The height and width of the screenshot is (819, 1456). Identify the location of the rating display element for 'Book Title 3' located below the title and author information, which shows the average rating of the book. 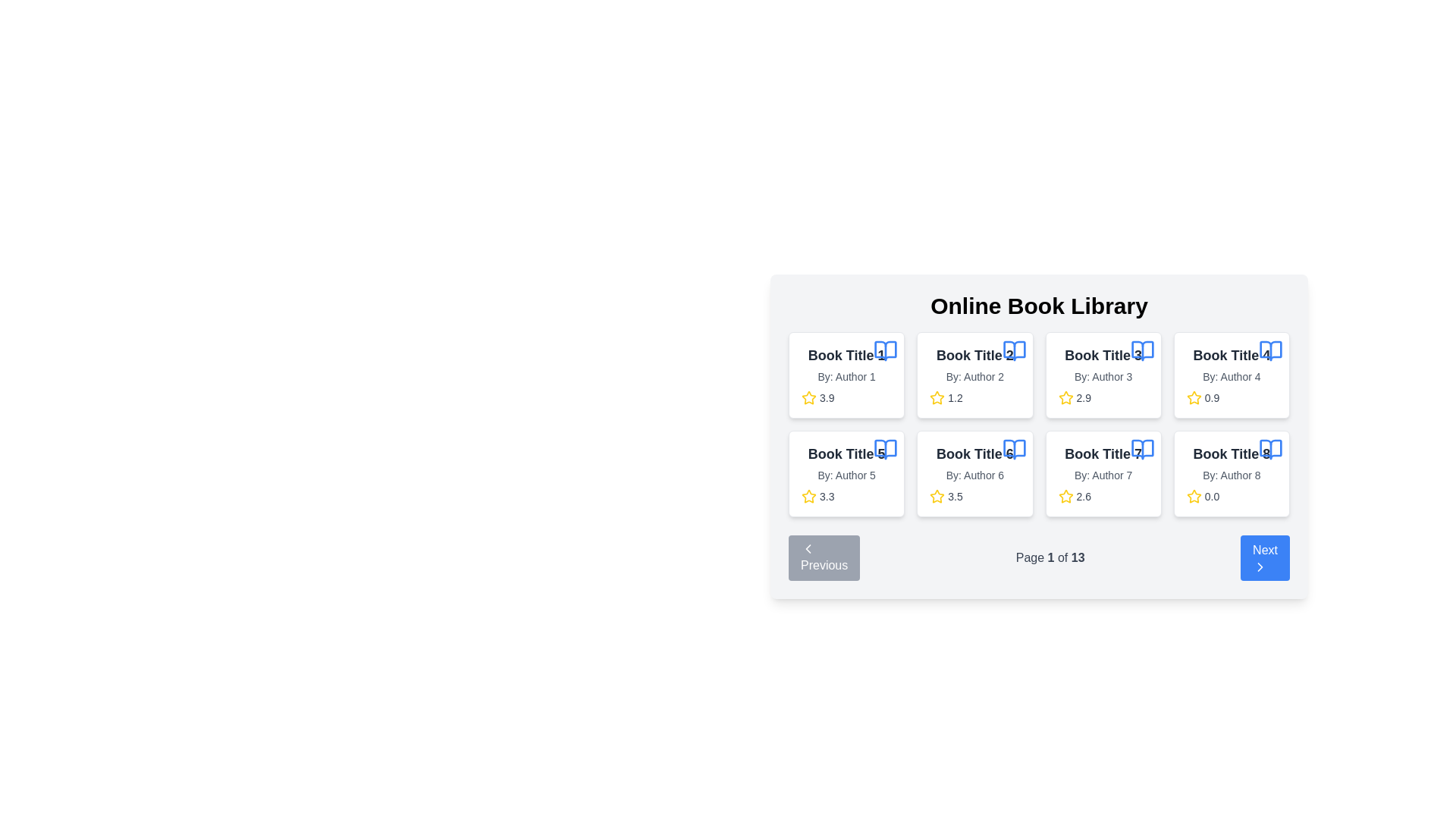
(1103, 397).